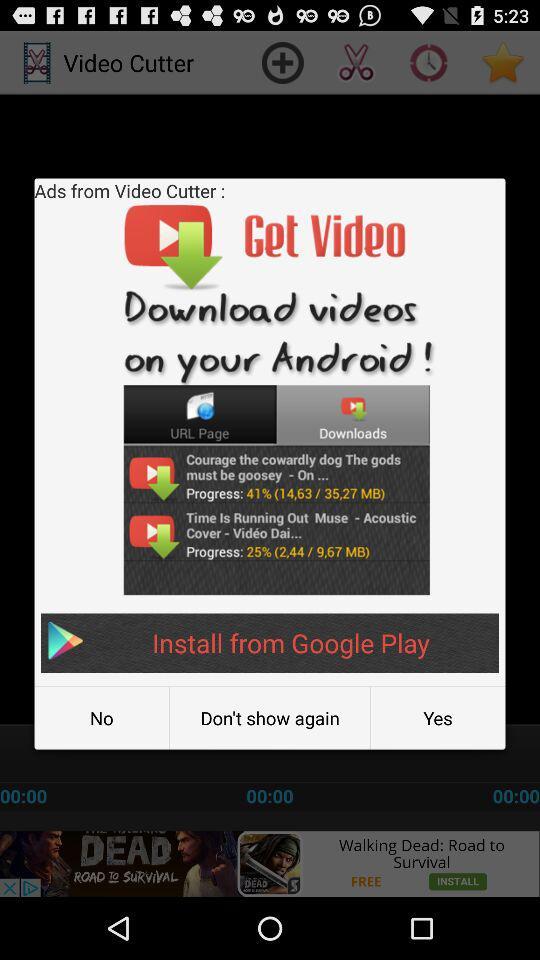 The height and width of the screenshot is (960, 540). Describe the element at coordinates (270, 642) in the screenshot. I see `the icon above no icon` at that location.